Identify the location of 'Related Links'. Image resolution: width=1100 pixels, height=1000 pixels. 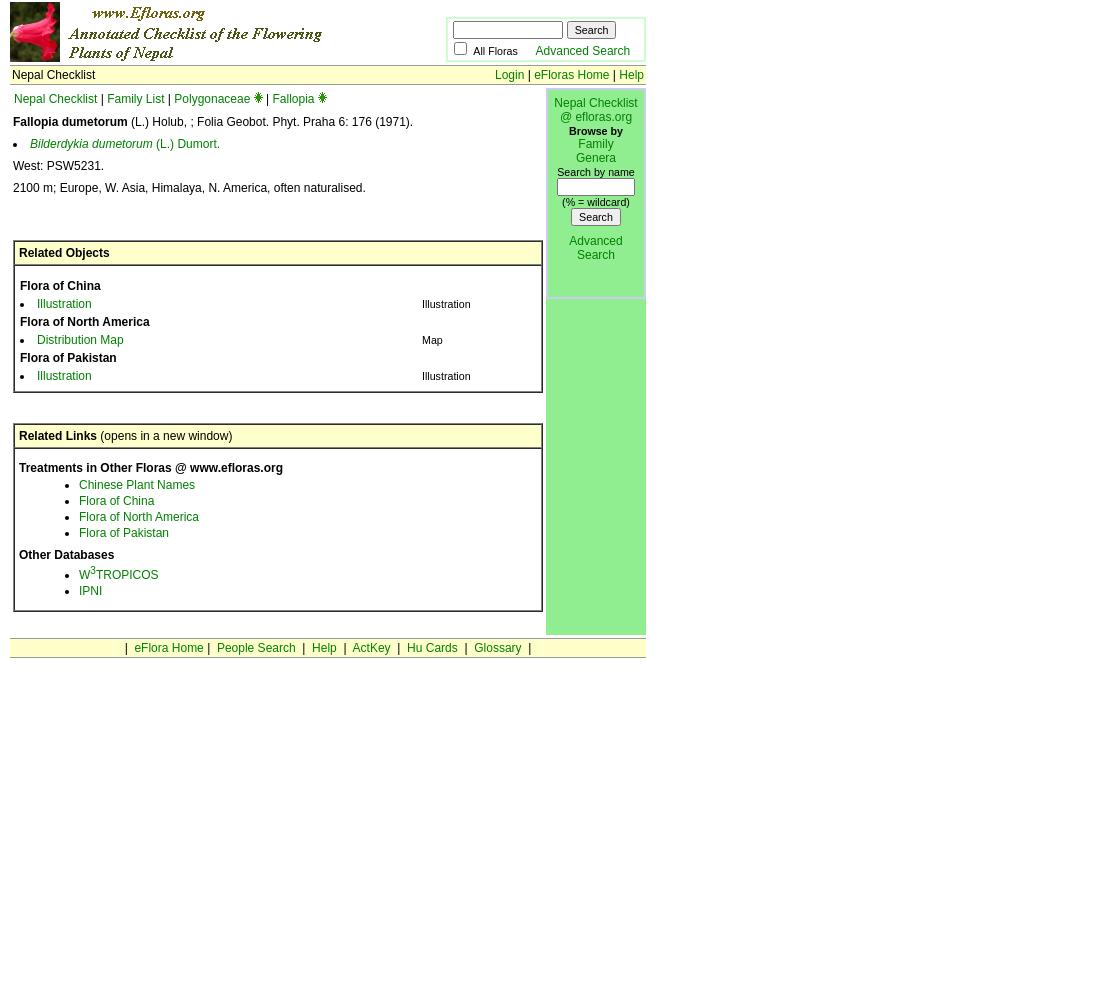
(56, 436).